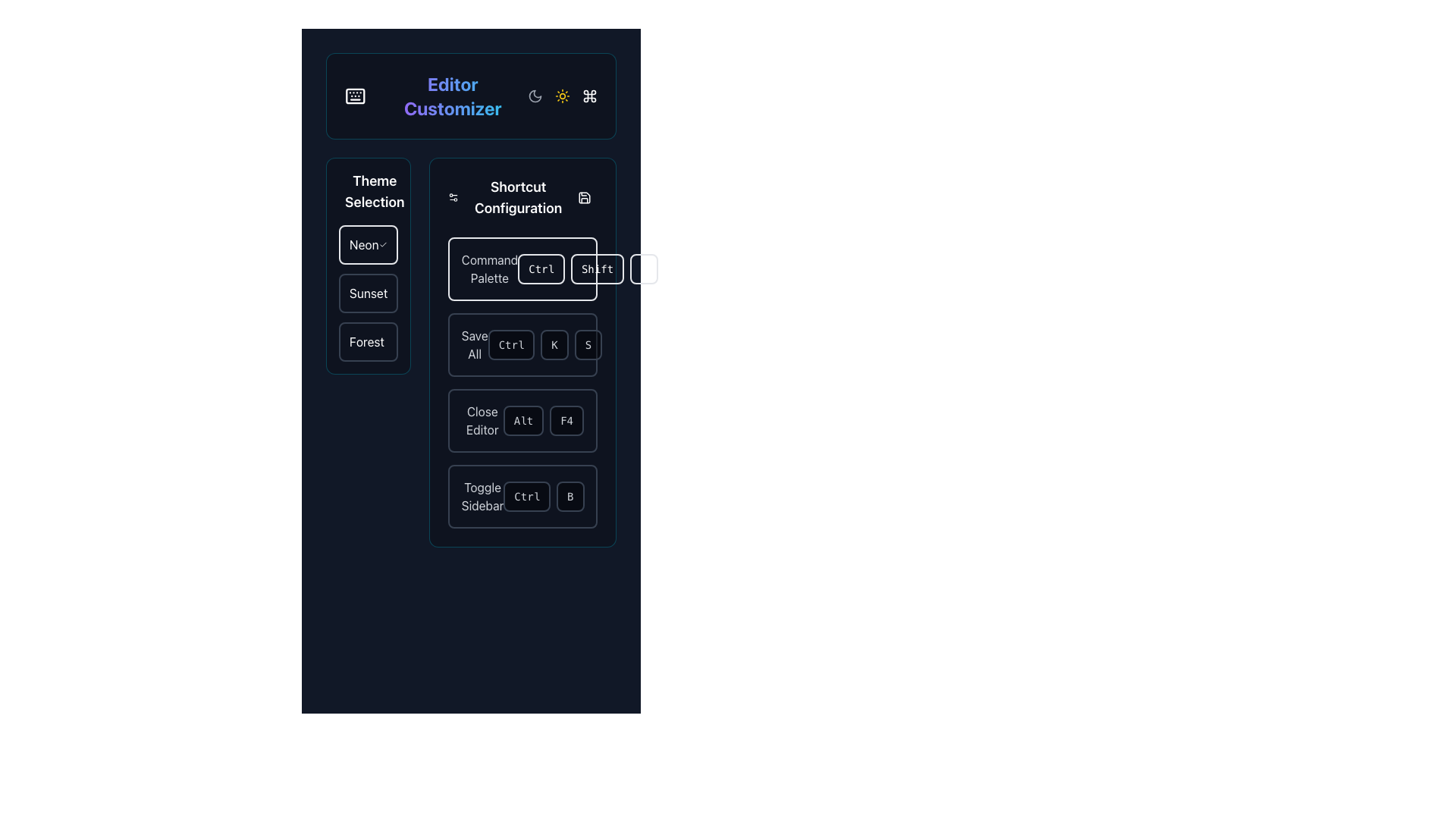  Describe the element at coordinates (367, 244) in the screenshot. I see `the 'Neon' theme option` at that location.